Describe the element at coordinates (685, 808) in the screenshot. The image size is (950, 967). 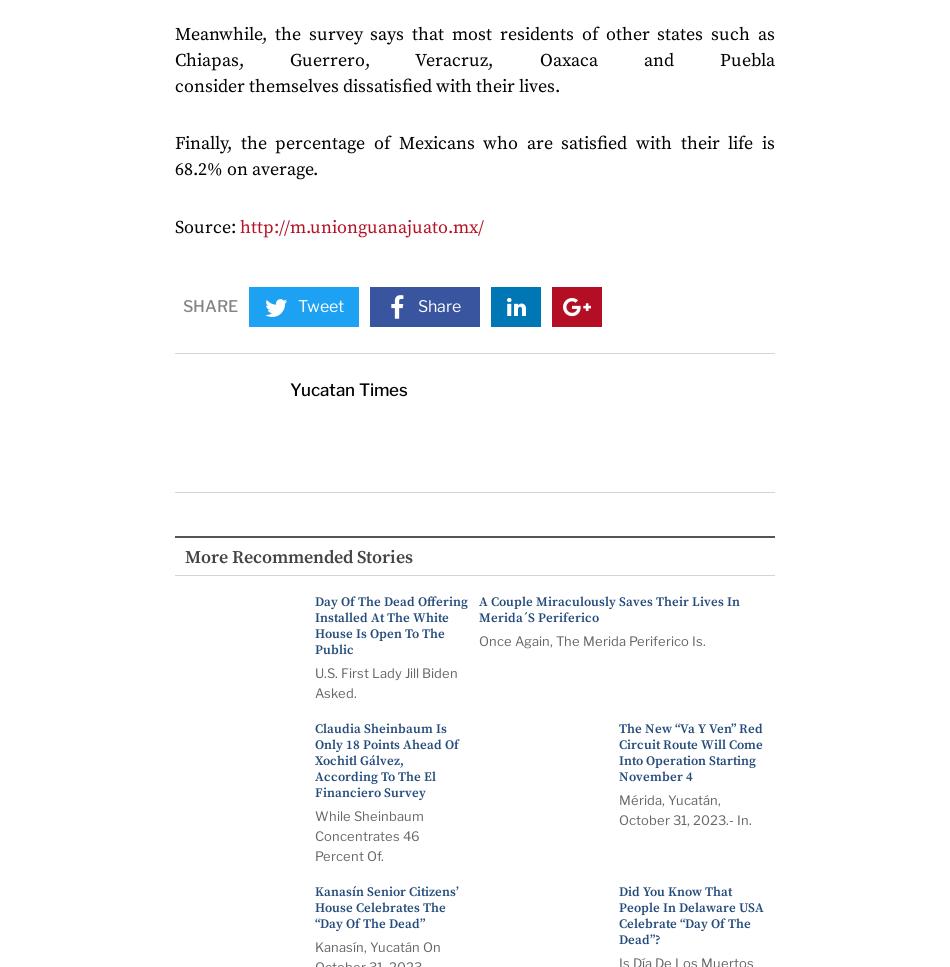
I see `'Mérida, Yucatán, October 31, 2023.- In.'` at that location.